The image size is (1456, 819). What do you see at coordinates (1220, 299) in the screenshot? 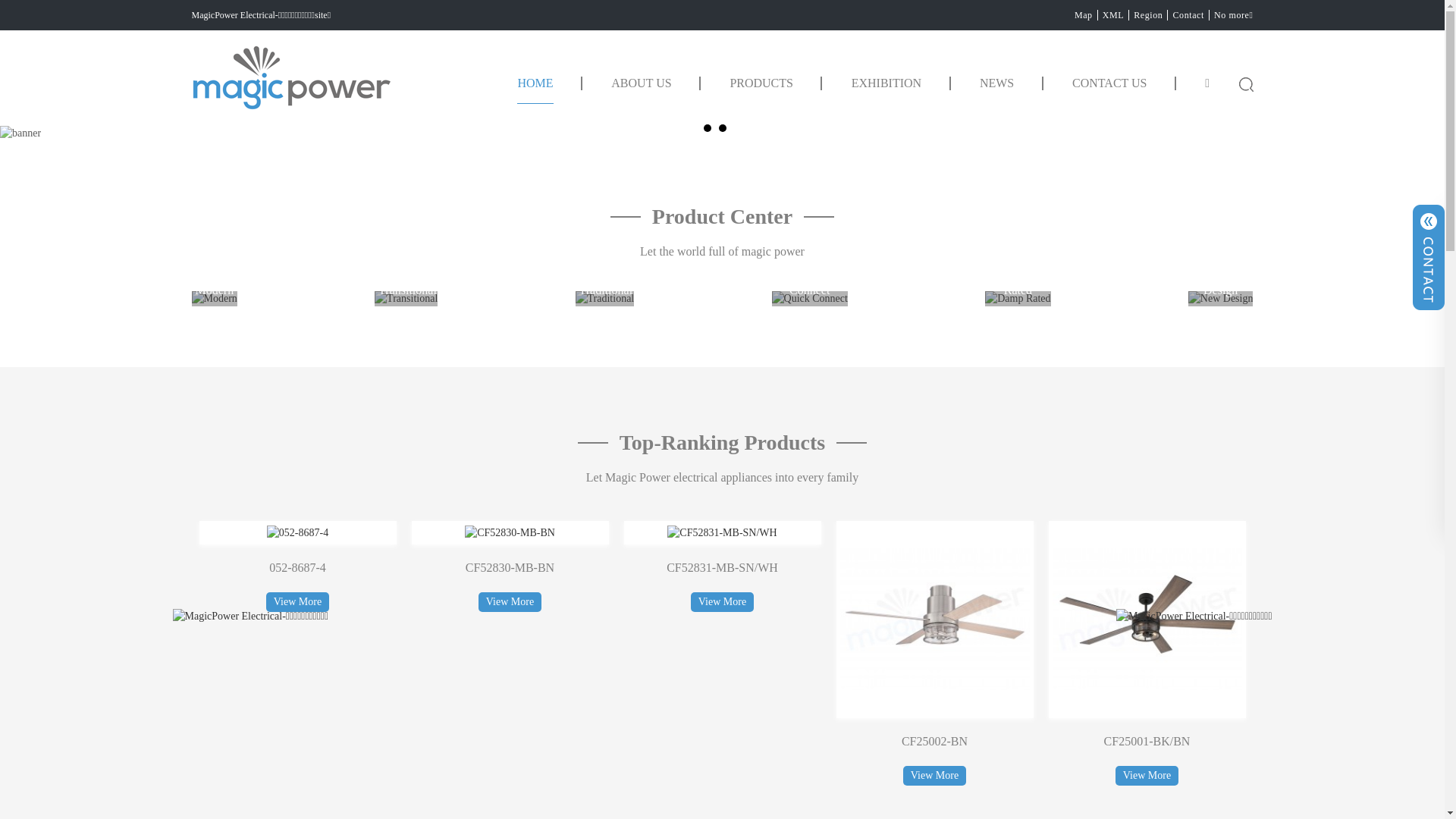
I see `'New Design'` at bounding box center [1220, 299].